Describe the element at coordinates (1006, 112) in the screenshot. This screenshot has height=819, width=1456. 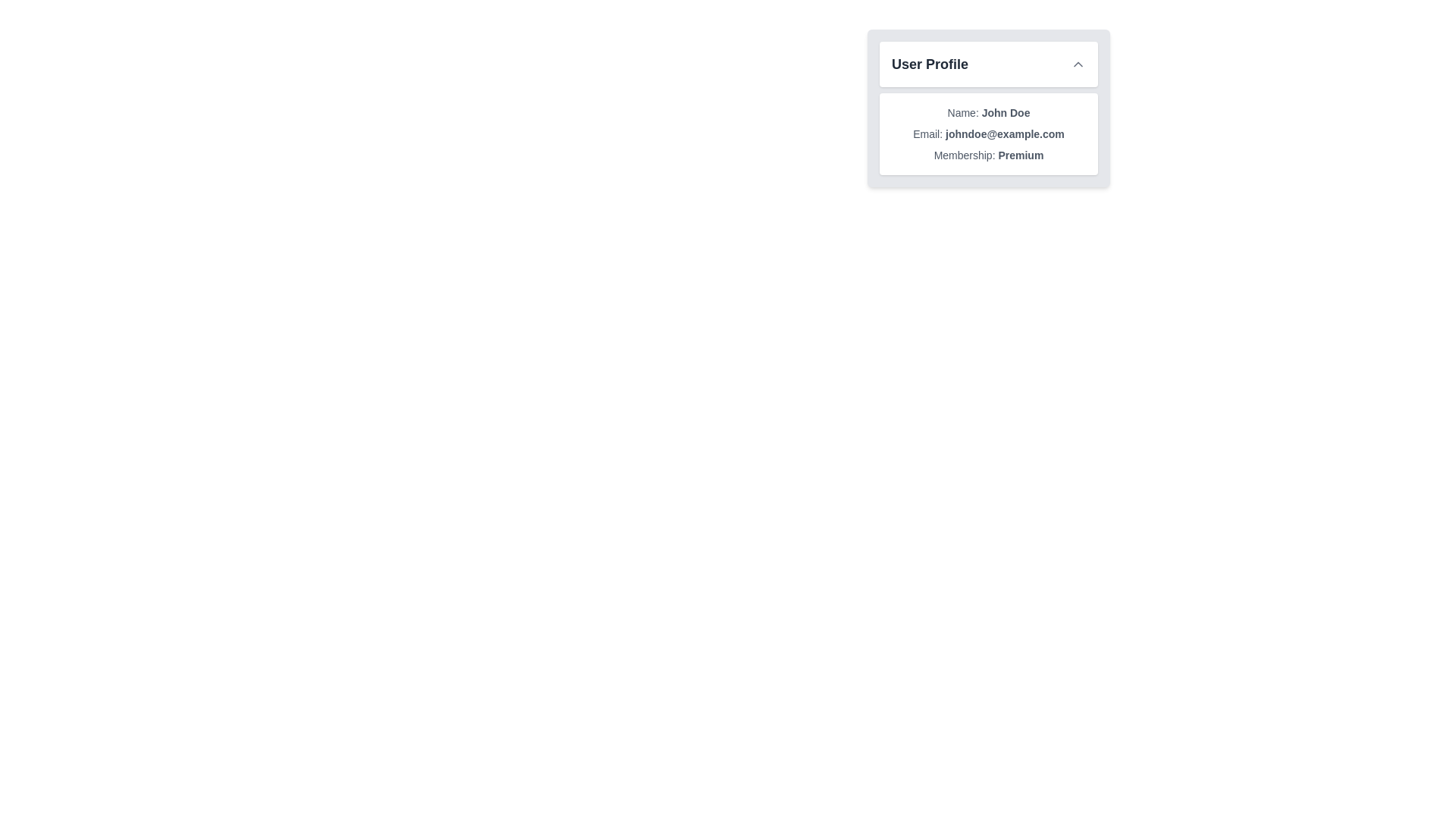
I see `the static text displaying 'John Doe' within the user profile card, which is centered under the 'Name:' label` at that location.